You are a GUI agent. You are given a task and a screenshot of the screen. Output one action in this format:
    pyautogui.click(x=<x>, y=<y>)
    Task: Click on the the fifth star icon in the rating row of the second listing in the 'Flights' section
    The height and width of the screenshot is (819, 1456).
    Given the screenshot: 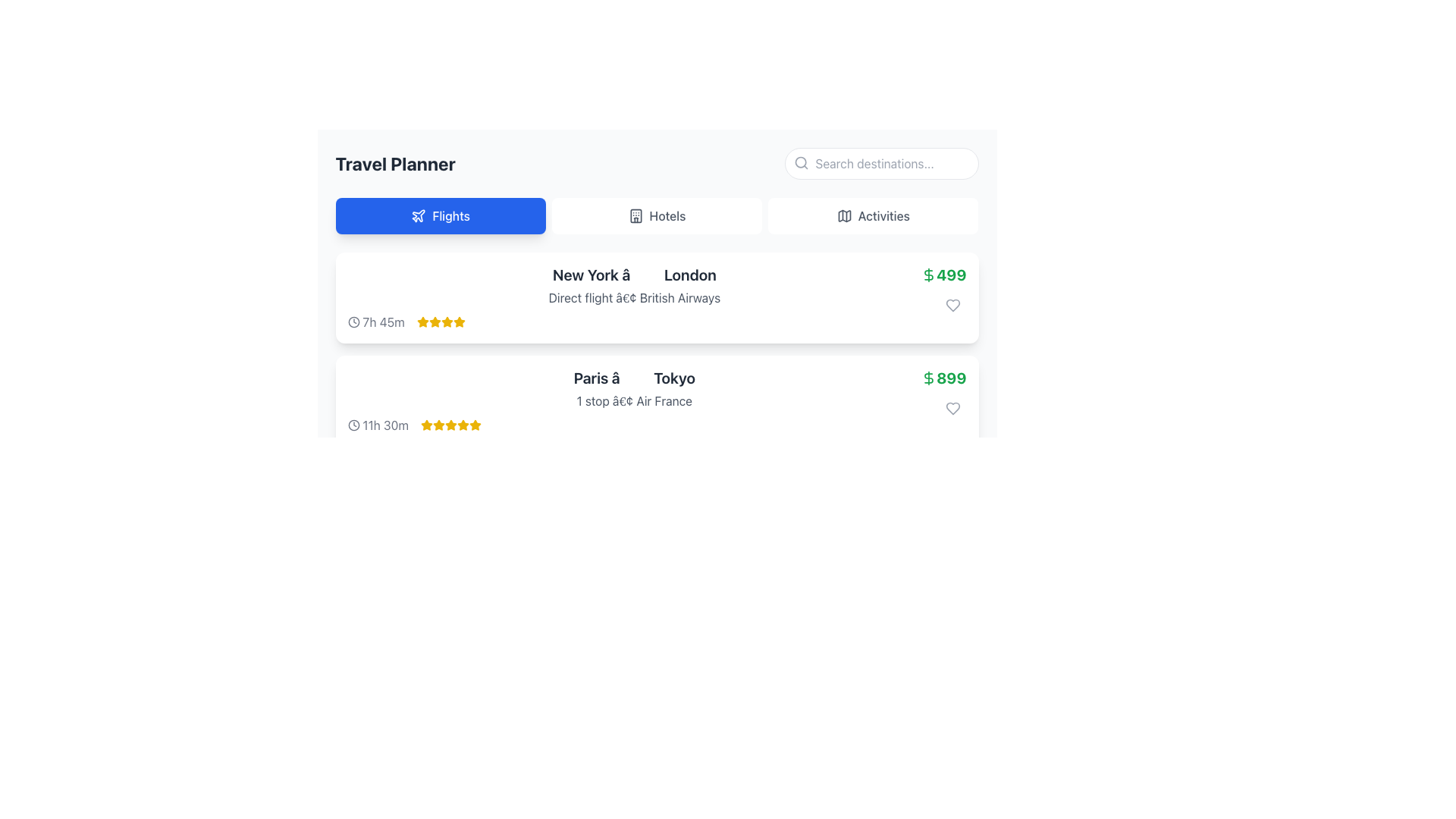 What is the action you would take?
    pyautogui.click(x=426, y=425)
    